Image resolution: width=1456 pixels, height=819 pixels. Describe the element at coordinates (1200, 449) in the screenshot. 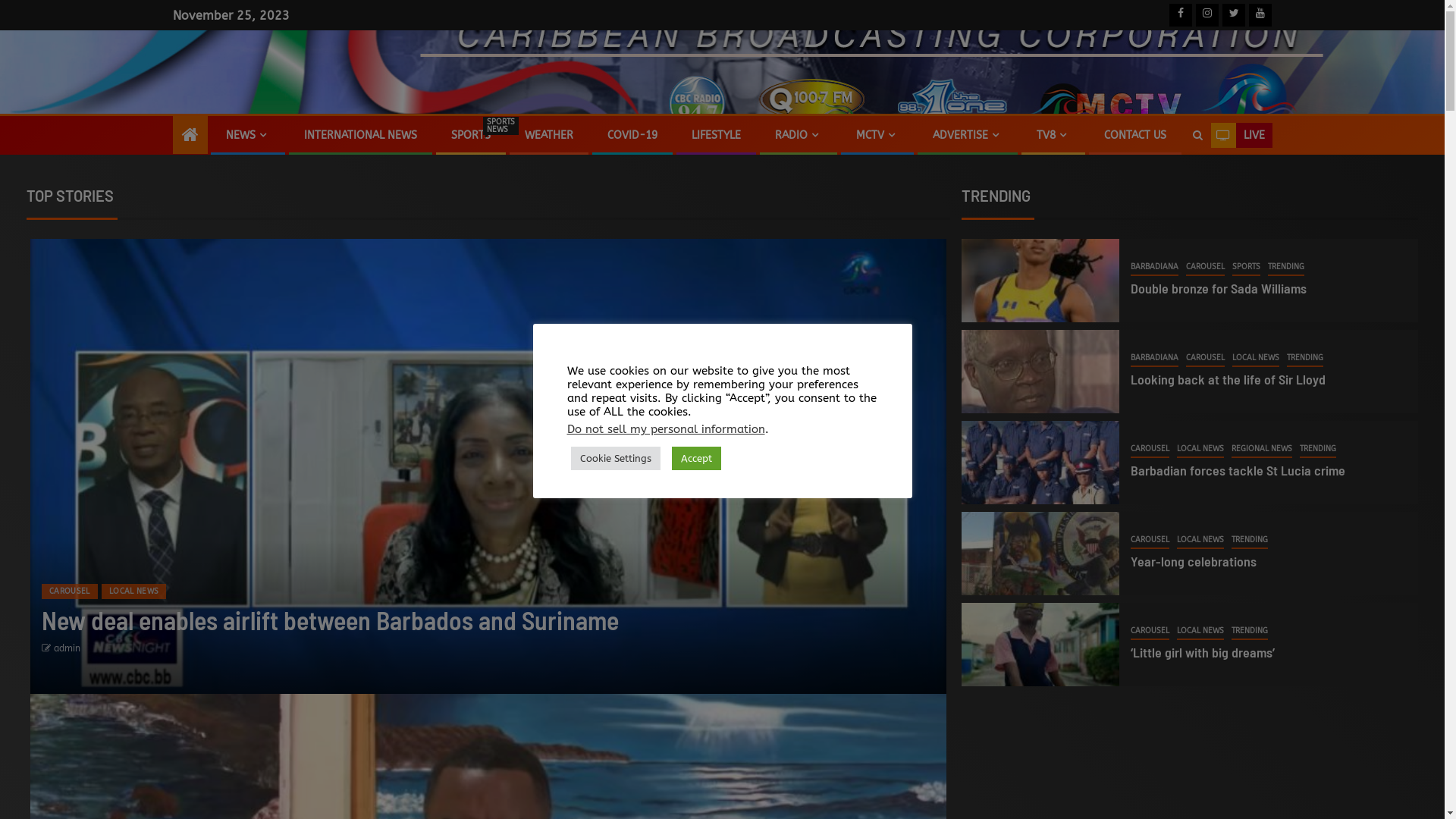

I see `'LOCAL NEWS'` at that location.